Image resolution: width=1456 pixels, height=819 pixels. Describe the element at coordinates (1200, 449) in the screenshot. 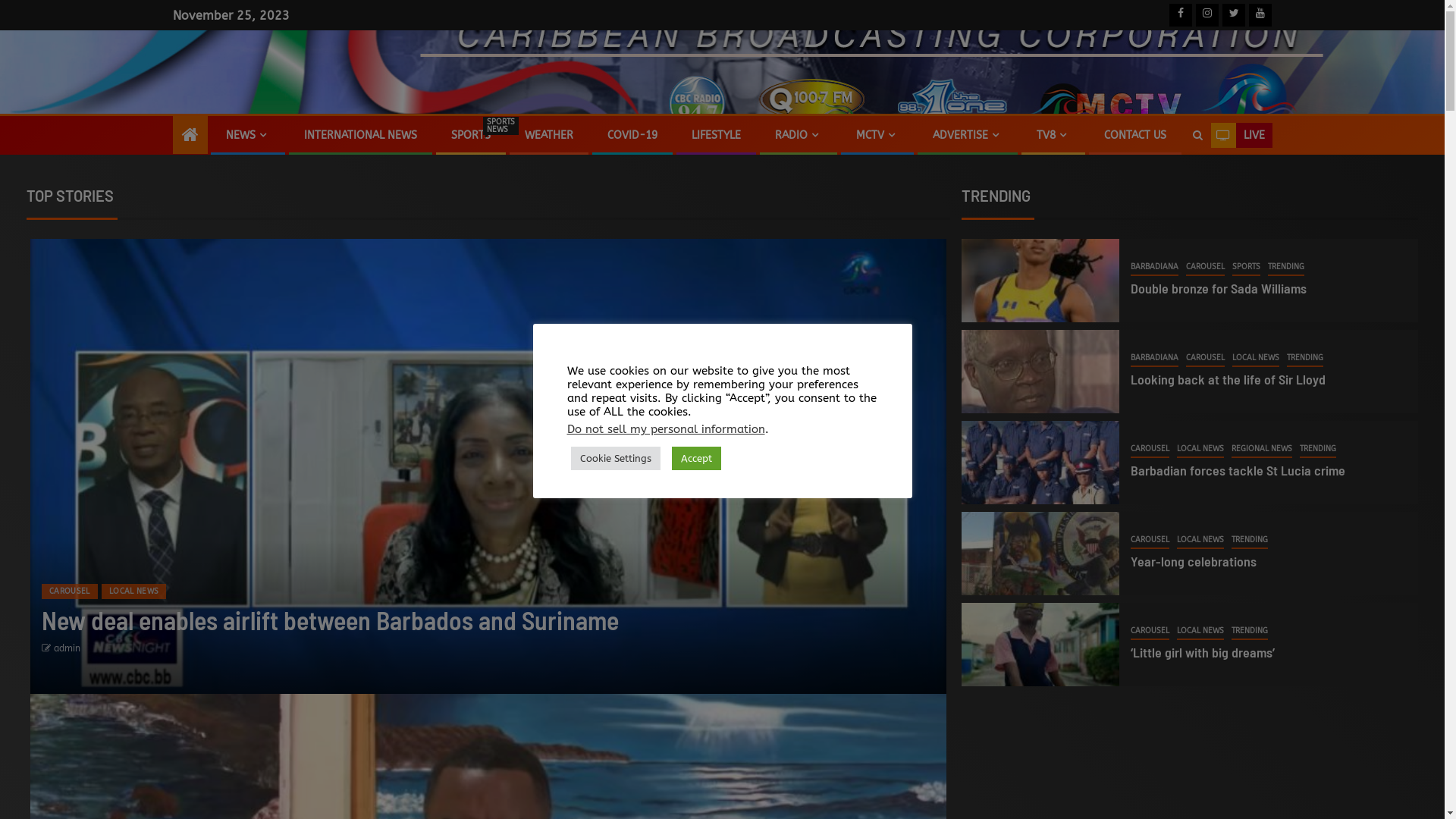

I see `'LOCAL NEWS'` at that location.